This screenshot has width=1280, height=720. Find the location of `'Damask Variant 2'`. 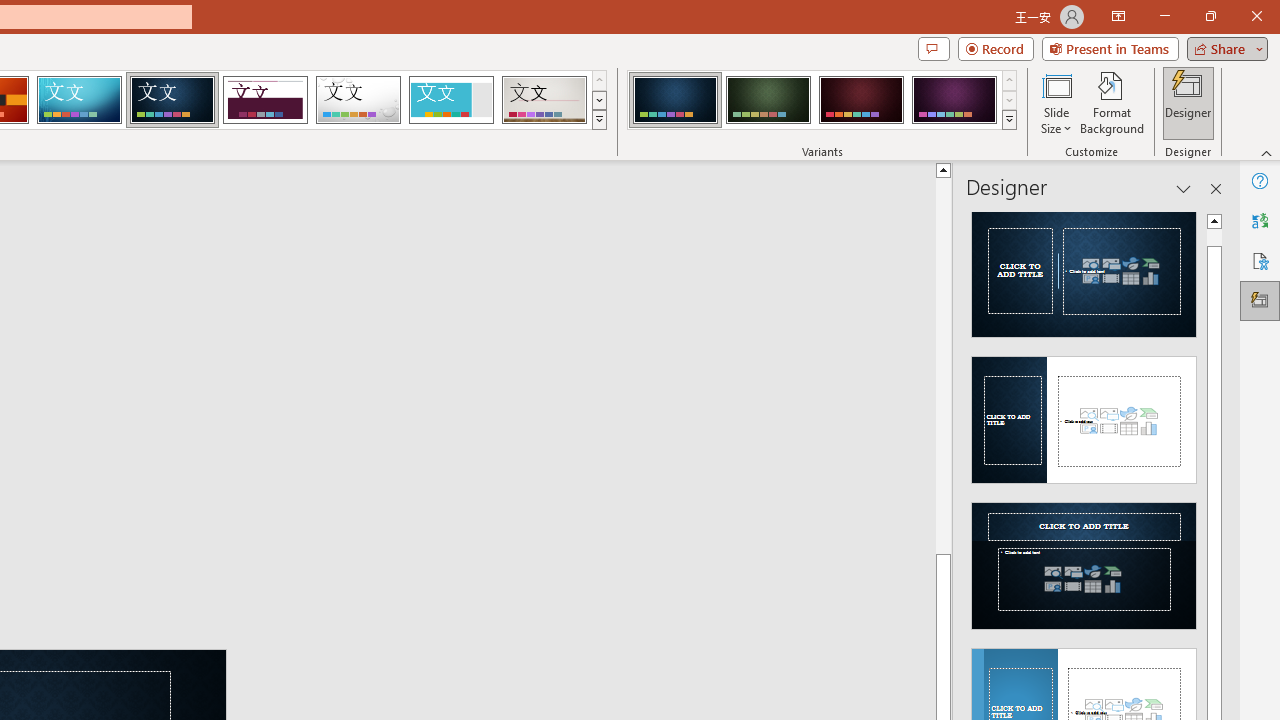

'Damask Variant 2' is located at coordinates (767, 100).